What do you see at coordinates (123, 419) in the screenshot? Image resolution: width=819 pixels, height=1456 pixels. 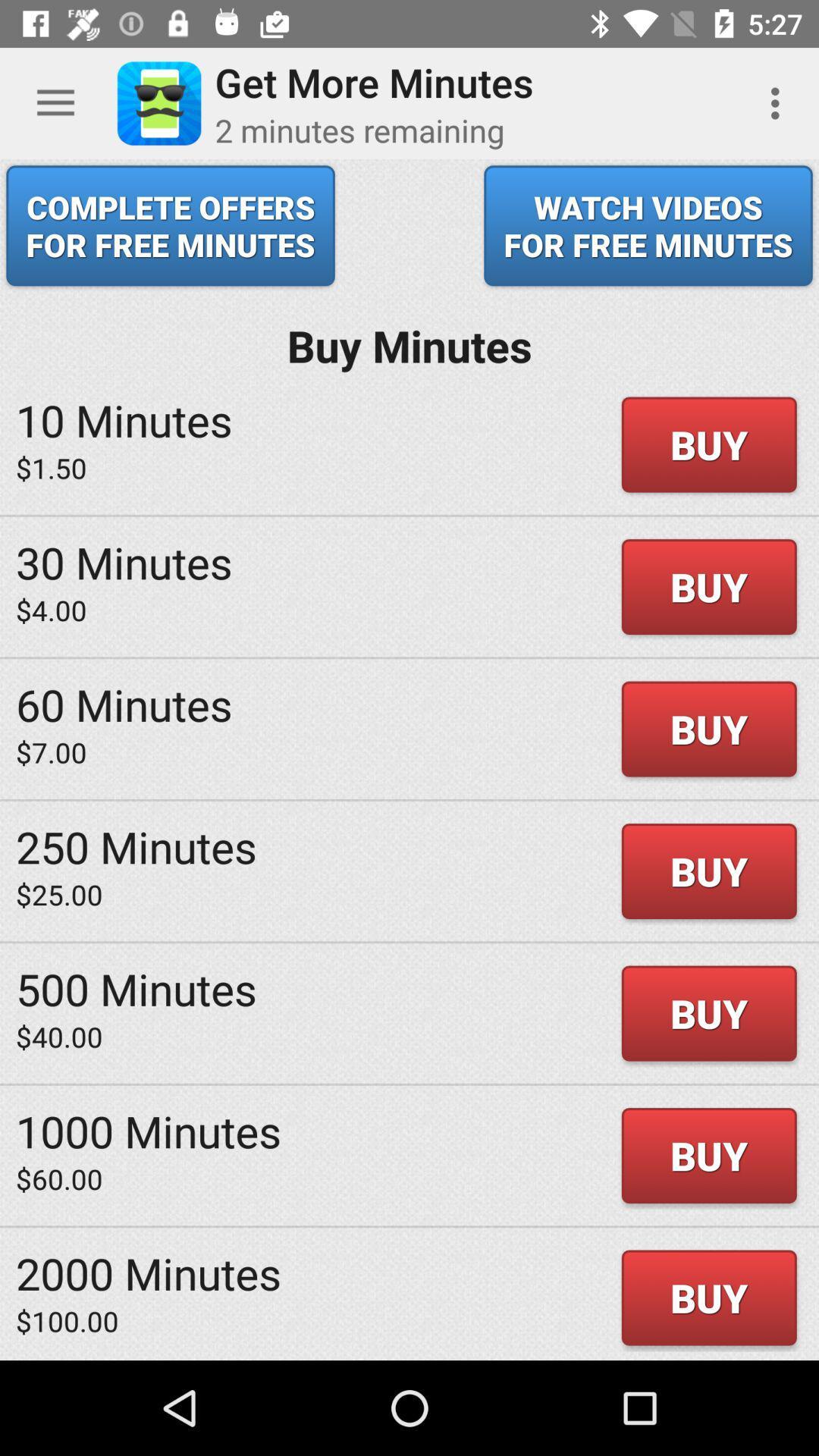 I see `icon next to the buy icon` at bounding box center [123, 419].